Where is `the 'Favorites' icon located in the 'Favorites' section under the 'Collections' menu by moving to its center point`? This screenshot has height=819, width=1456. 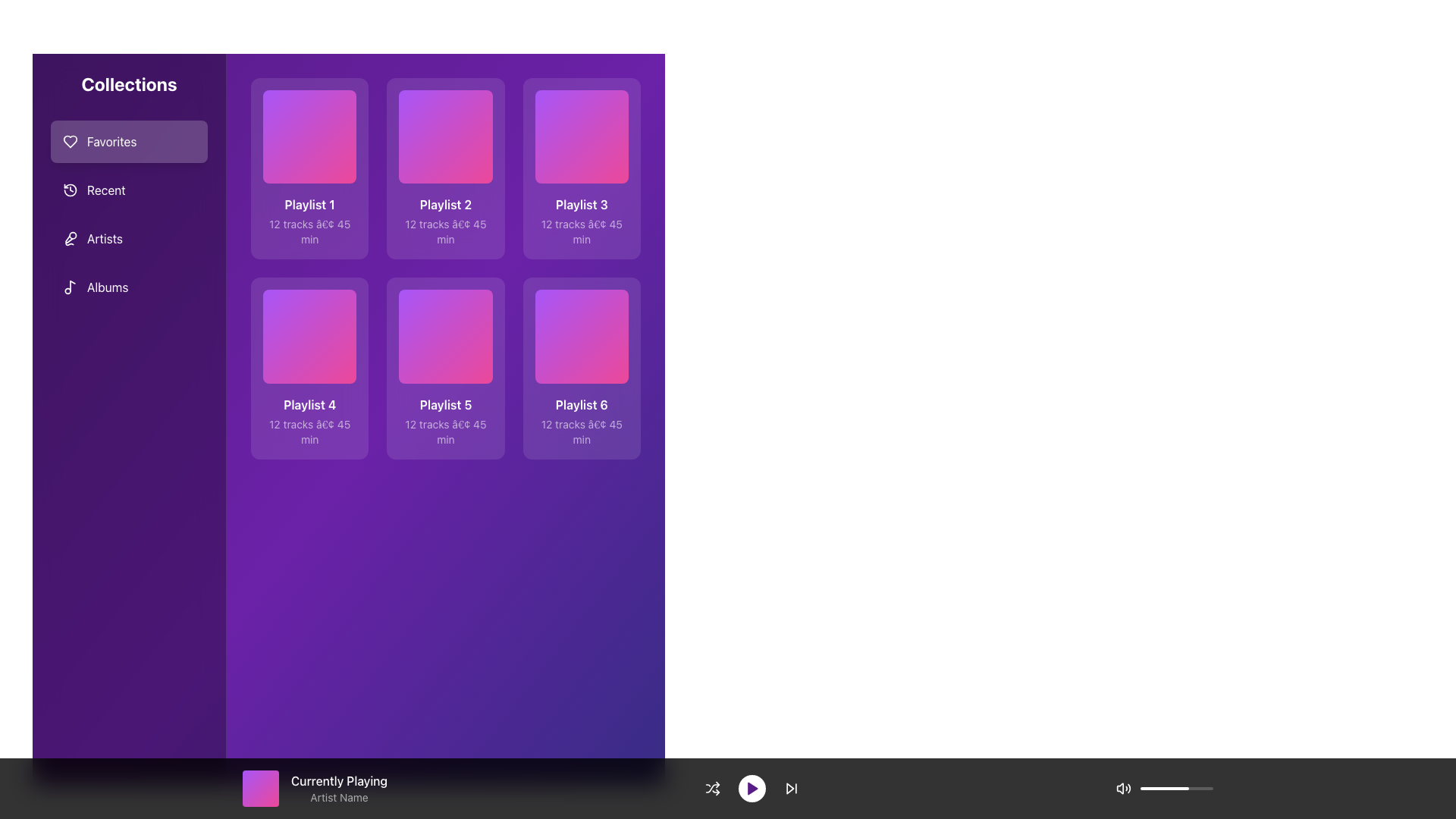 the 'Favorites' icon located in the 'Favorites' section under the 'Collections' menu by moving to its center point is located at coordinates (69, 141).